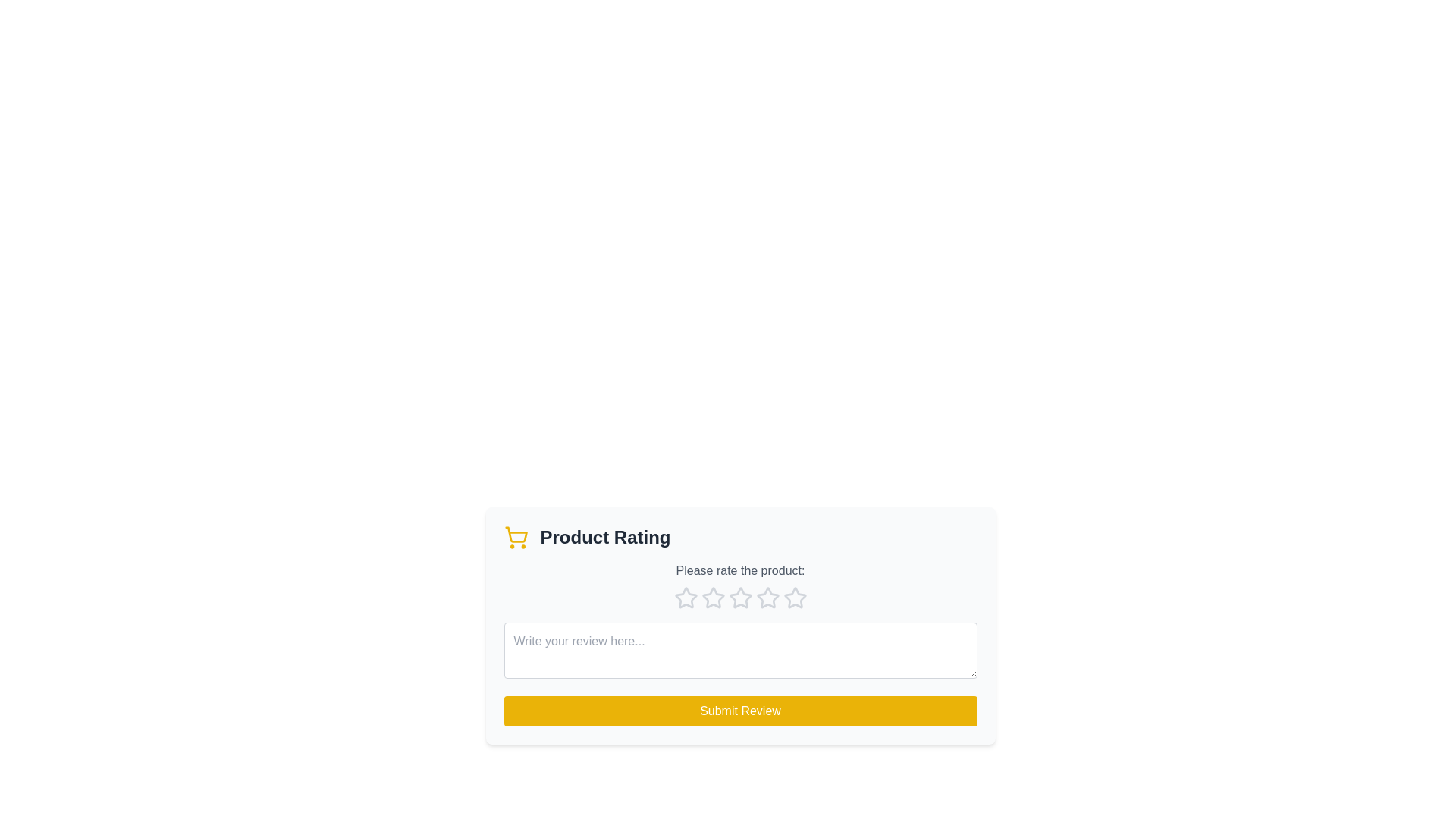  I want to click on the third hollow star icon outlined in gray for rating in the 'Product Rating' module, so click(712, 598).